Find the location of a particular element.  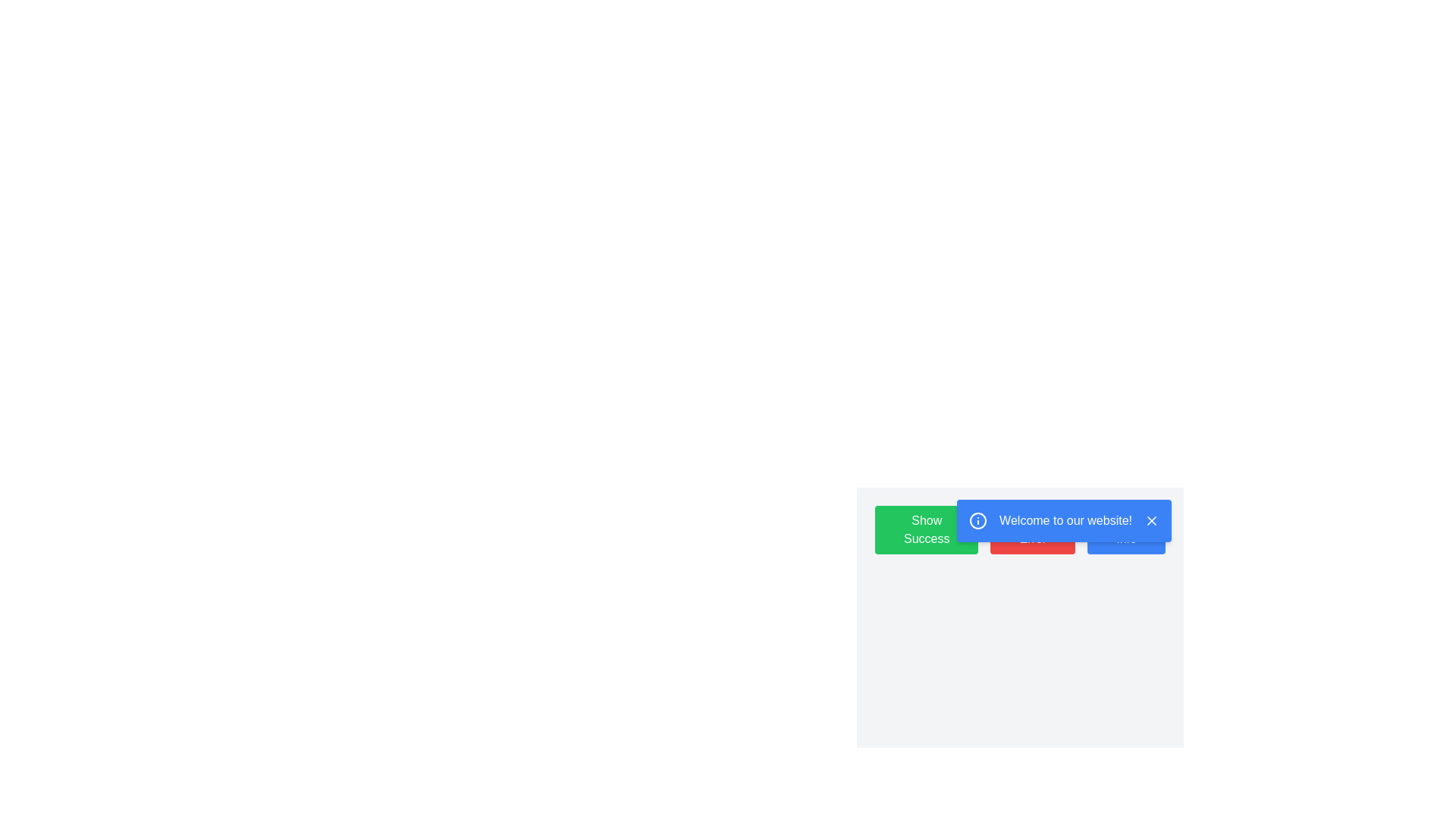

the circular shape with a blue outline in the notification box that contains the text 'Welcome to our website!' is located at coordinates (978, 519).